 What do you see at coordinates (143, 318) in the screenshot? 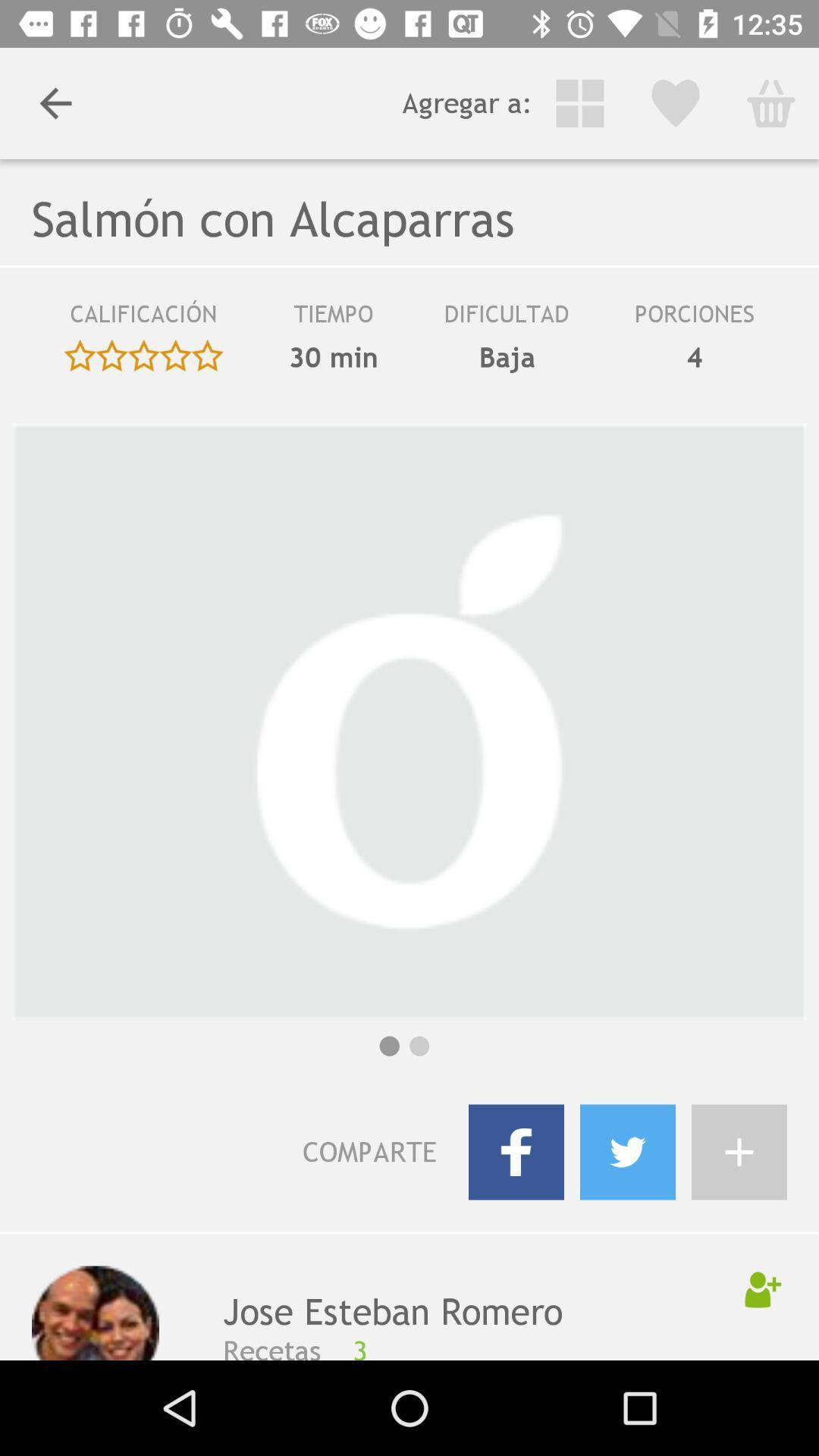
I see `icon next to the 30 min icon` at bounding box center [143, 318].